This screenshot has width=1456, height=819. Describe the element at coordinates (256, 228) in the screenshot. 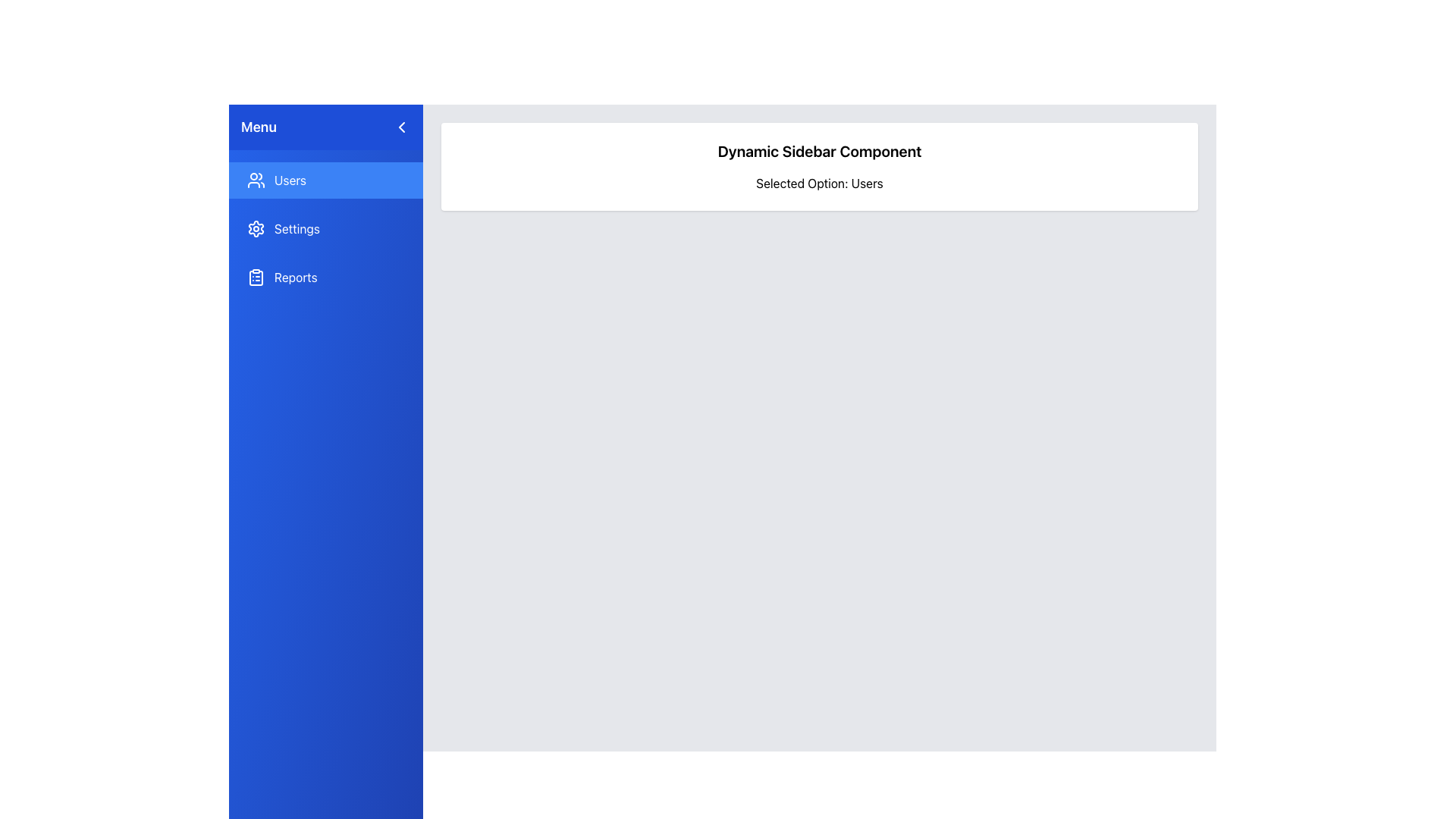

I see `the 'Settings' icon located in the sidebar menu, positioned between the 'Users' and 'Reports' options` at that location.